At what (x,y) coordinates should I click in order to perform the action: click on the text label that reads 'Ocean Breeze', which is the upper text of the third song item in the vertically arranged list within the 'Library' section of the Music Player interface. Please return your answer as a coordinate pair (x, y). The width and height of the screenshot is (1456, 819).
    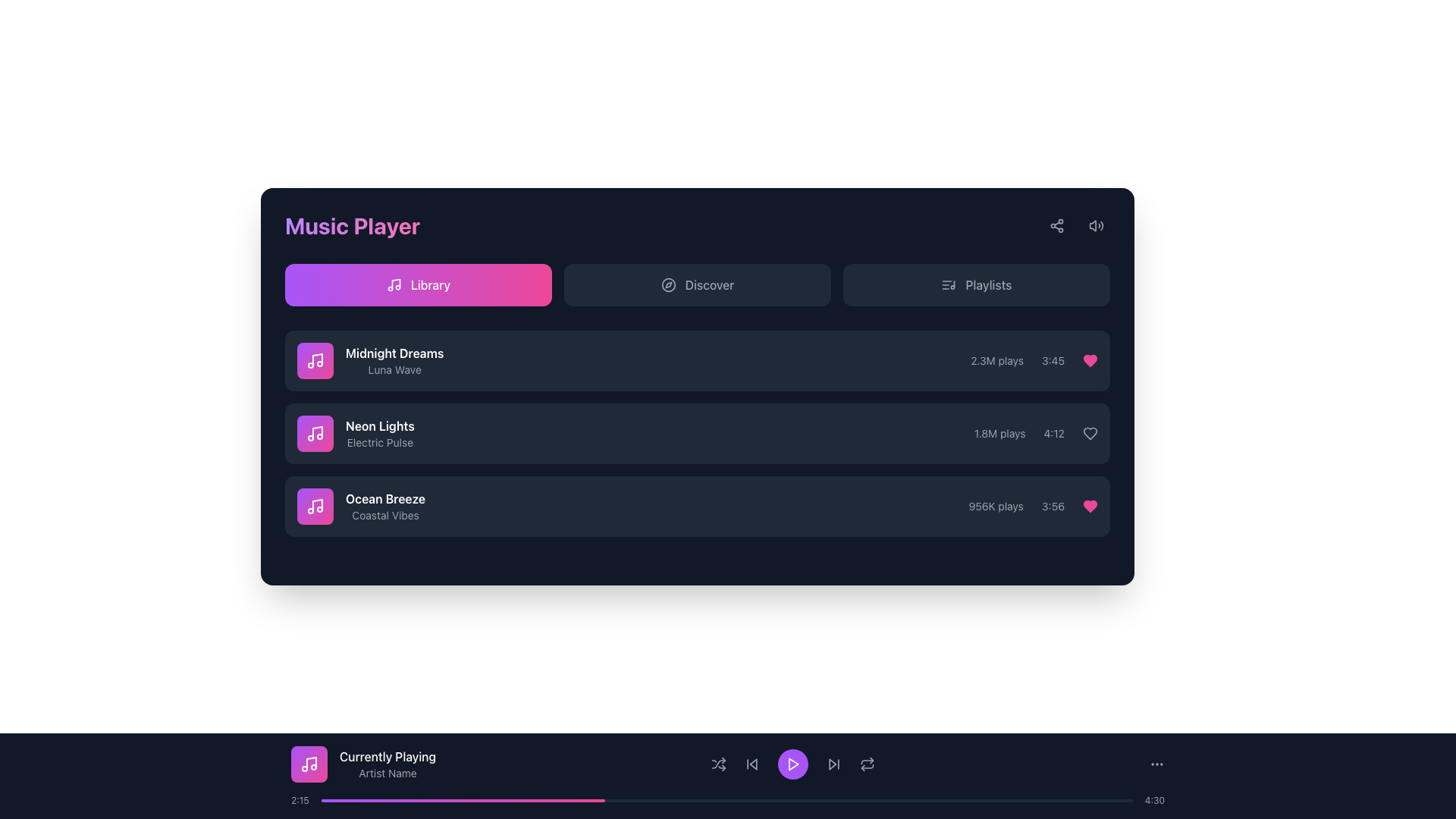
    Looking at the image, I should click on (385, 499).